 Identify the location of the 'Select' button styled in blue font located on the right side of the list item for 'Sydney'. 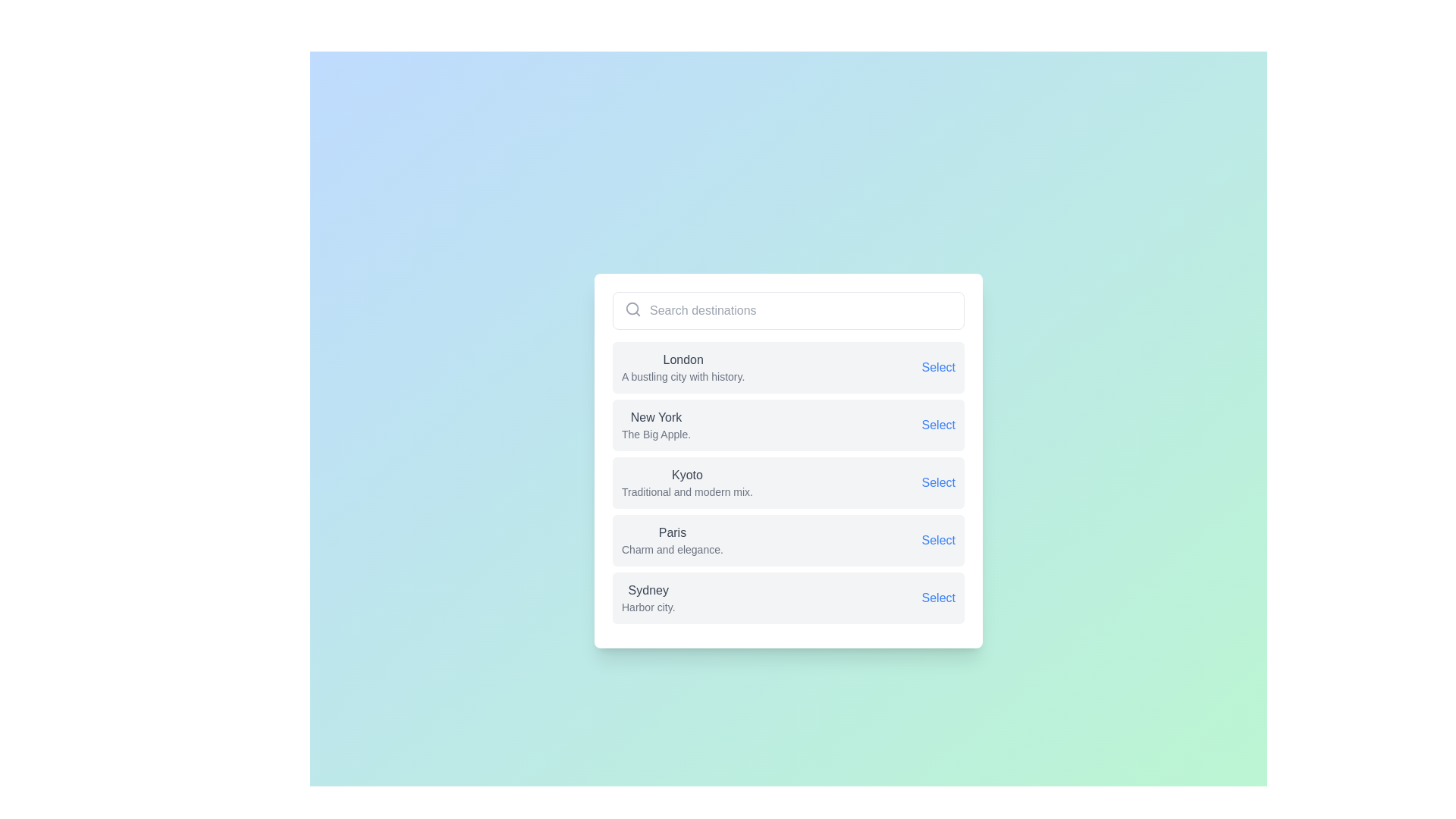
(937, 598).